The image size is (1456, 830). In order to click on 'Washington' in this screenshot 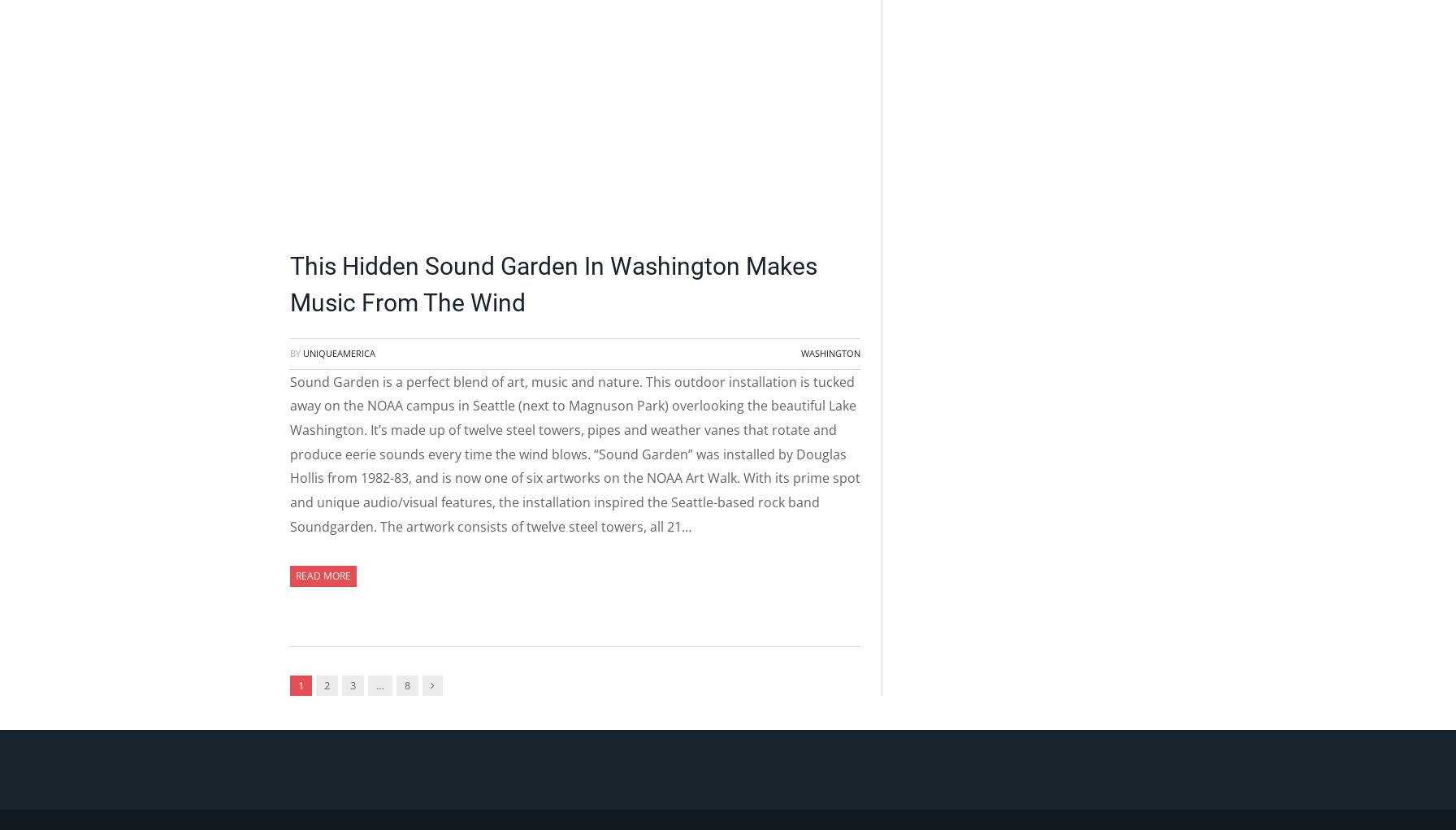, I will do `click(800, 353)`.